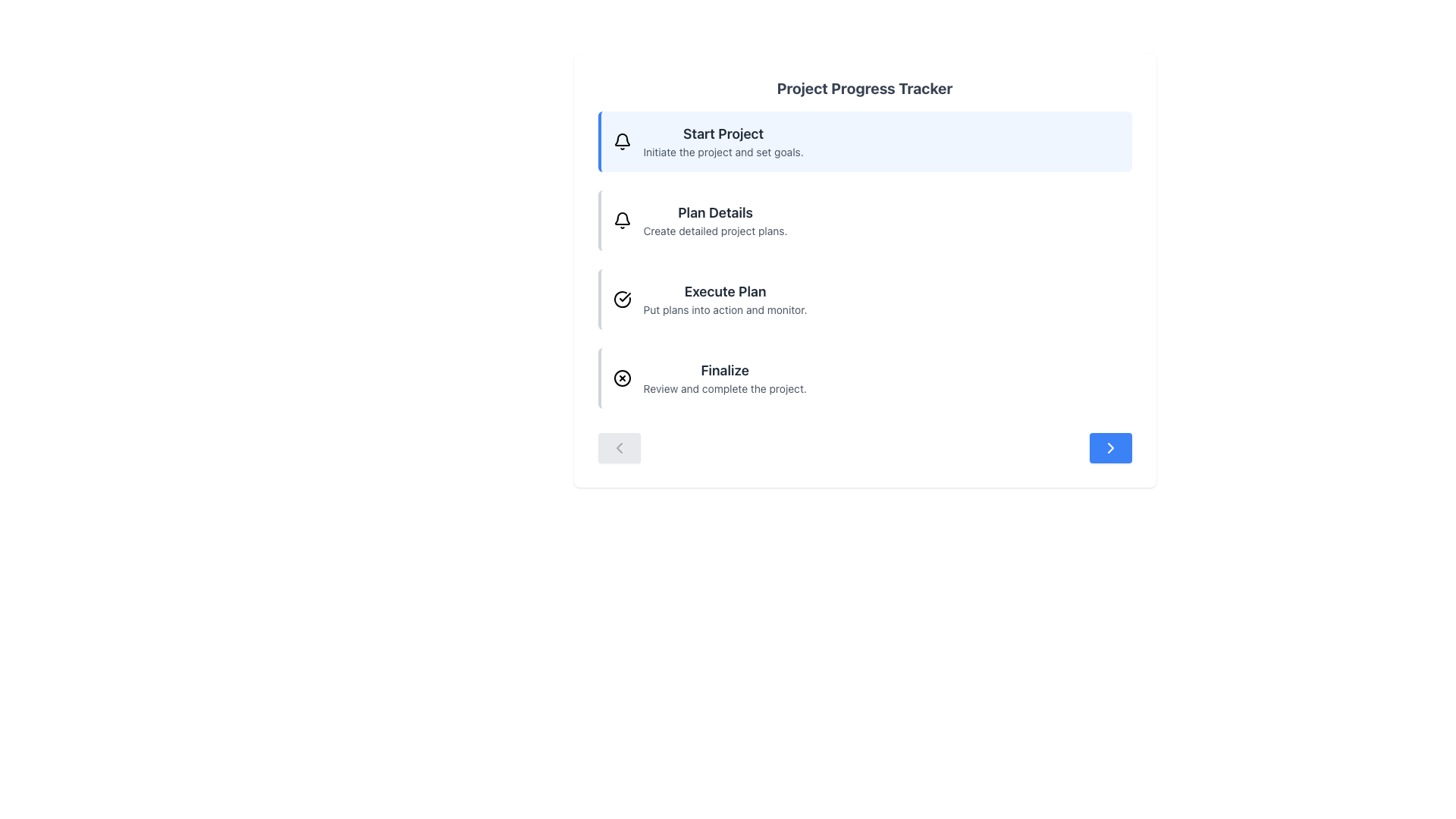 Image resolution: width=1456 pixels, height=819 pixels. Describe the element at coordinates (622, 140) in the screenshot. I see `the upper portion of the bell icon` at that location.